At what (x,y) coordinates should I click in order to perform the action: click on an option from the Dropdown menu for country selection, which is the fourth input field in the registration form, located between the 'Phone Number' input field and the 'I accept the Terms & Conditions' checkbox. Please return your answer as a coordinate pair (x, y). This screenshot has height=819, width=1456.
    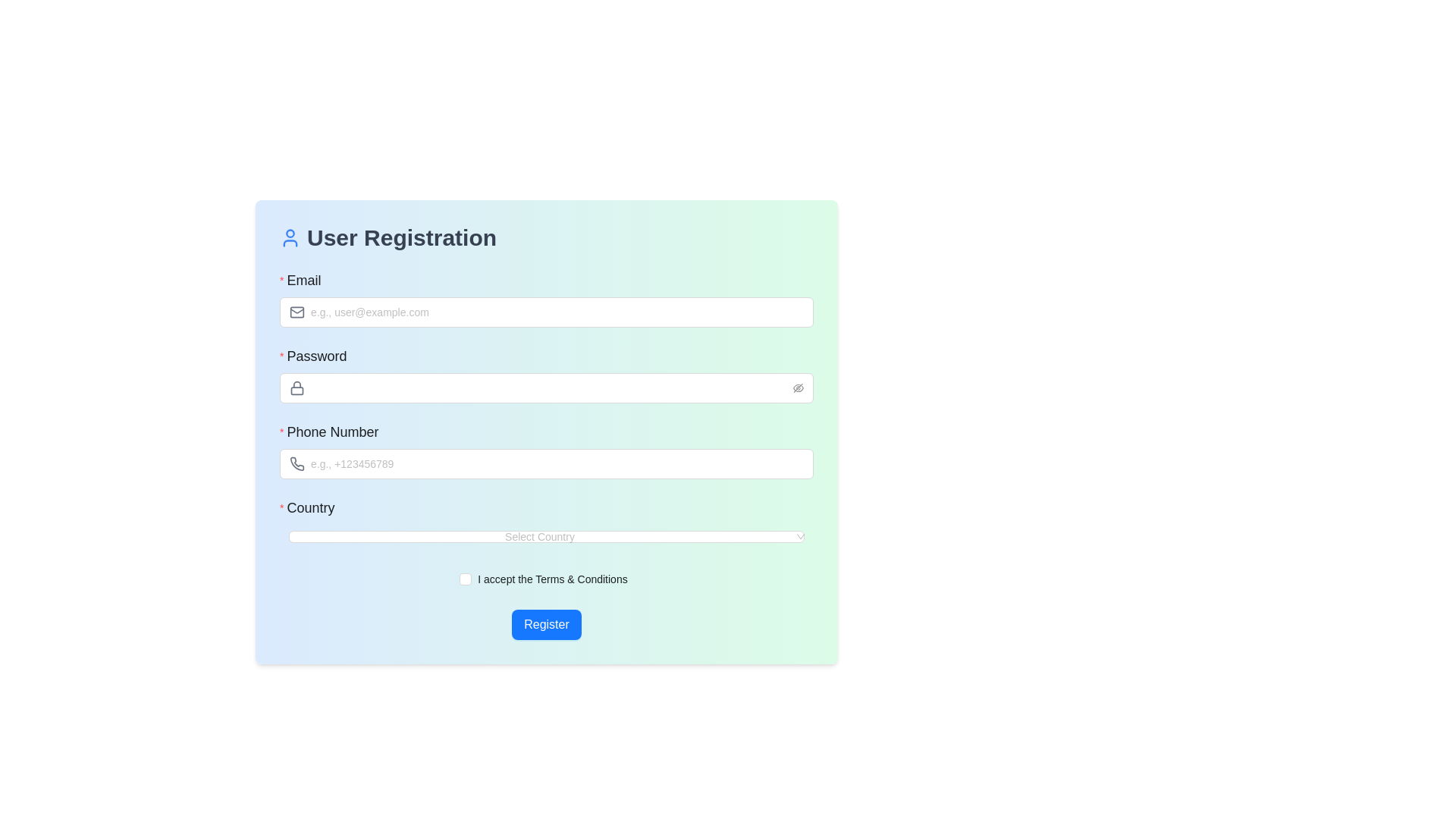
    Looking at the image, I should click on (546, 522).